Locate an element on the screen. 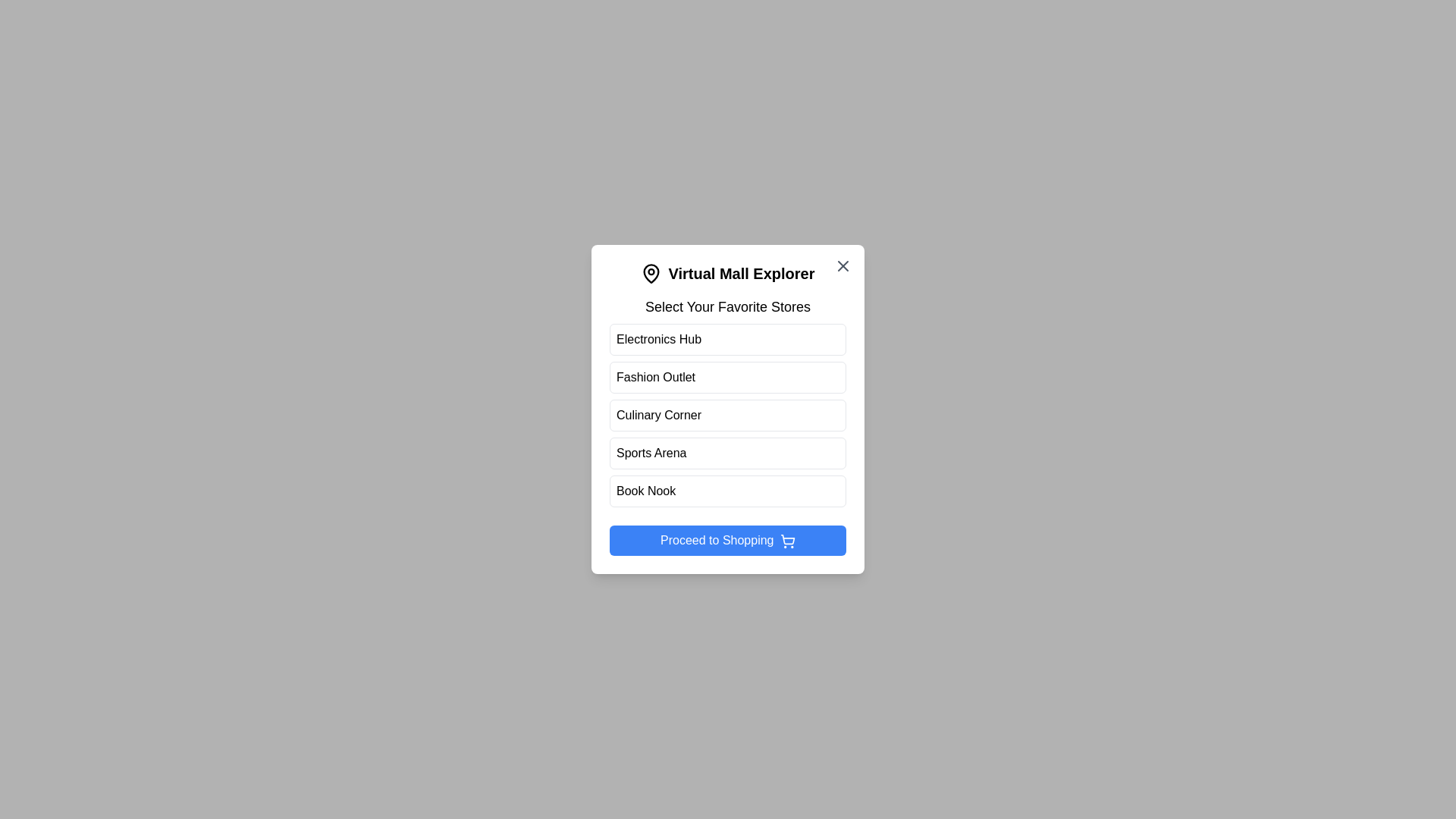 This screenshot has width=1456, height=819. the text label of the third option in the list for 'Culinary Corner' under 'Select Your Favorite Stores' is located at coordinates (658, 415).